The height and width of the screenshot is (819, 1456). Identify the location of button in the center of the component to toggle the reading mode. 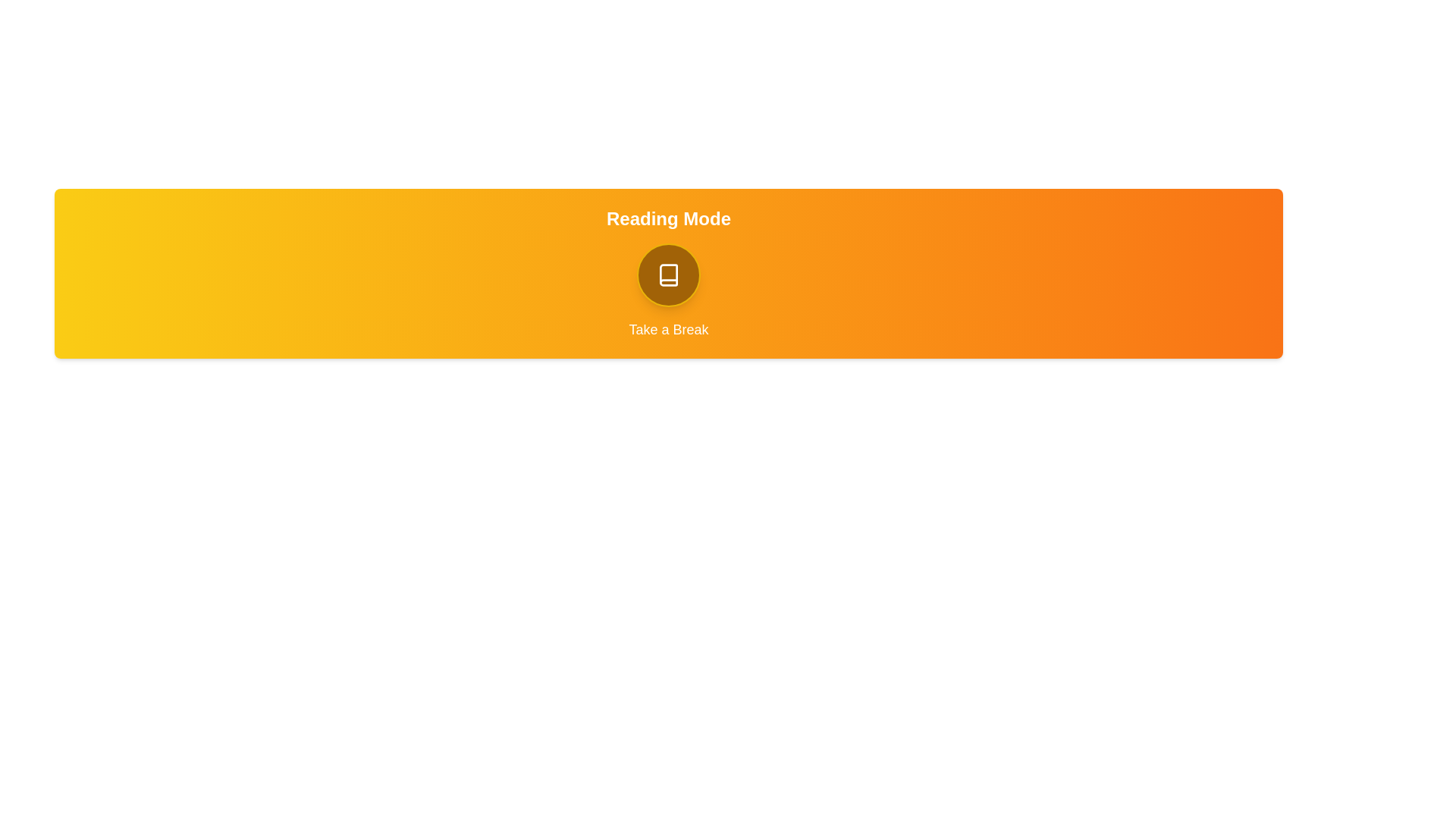
(668, 275).